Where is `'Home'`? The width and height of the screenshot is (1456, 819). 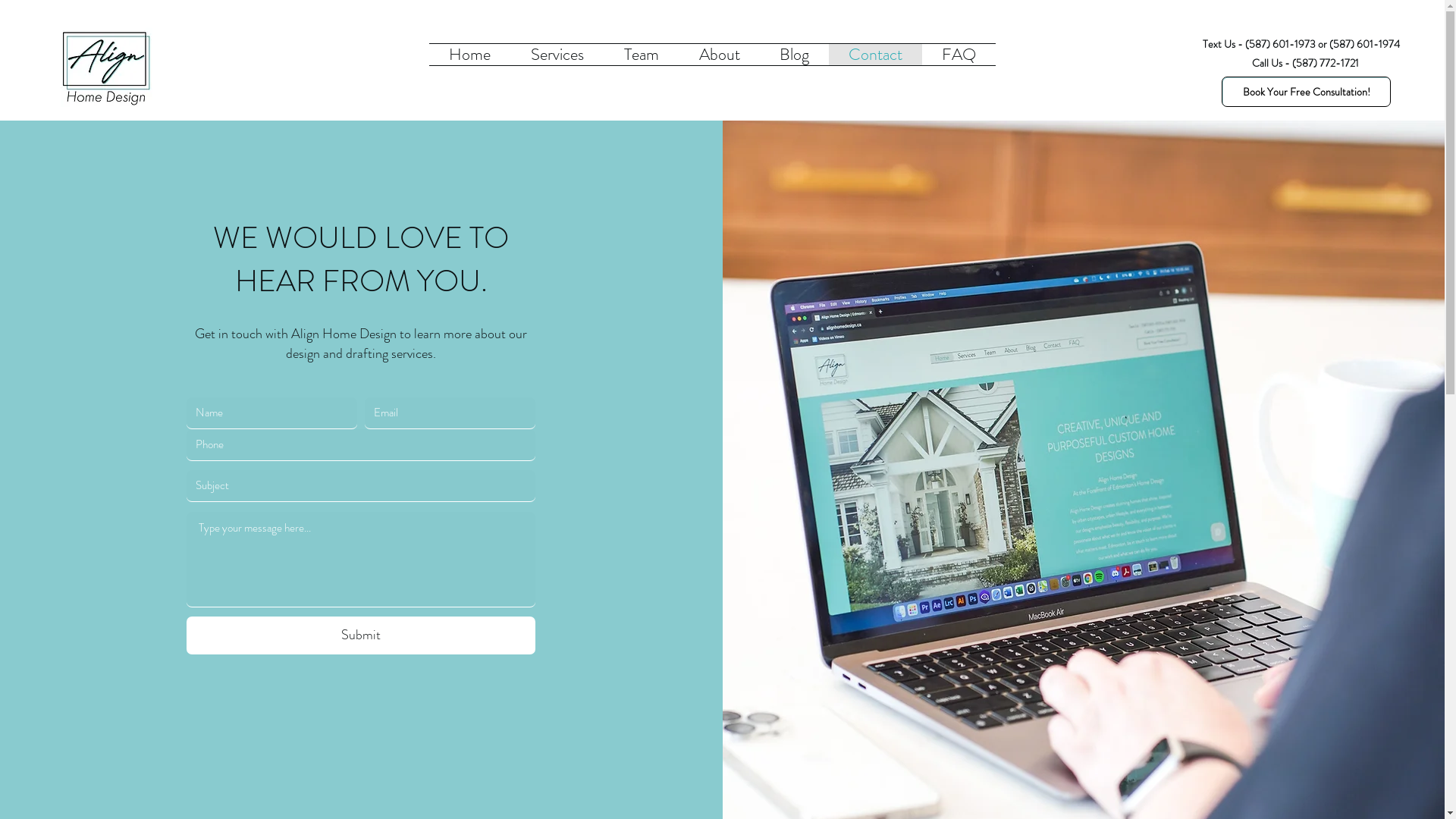
'Home' is located at coordinates (469, 54).